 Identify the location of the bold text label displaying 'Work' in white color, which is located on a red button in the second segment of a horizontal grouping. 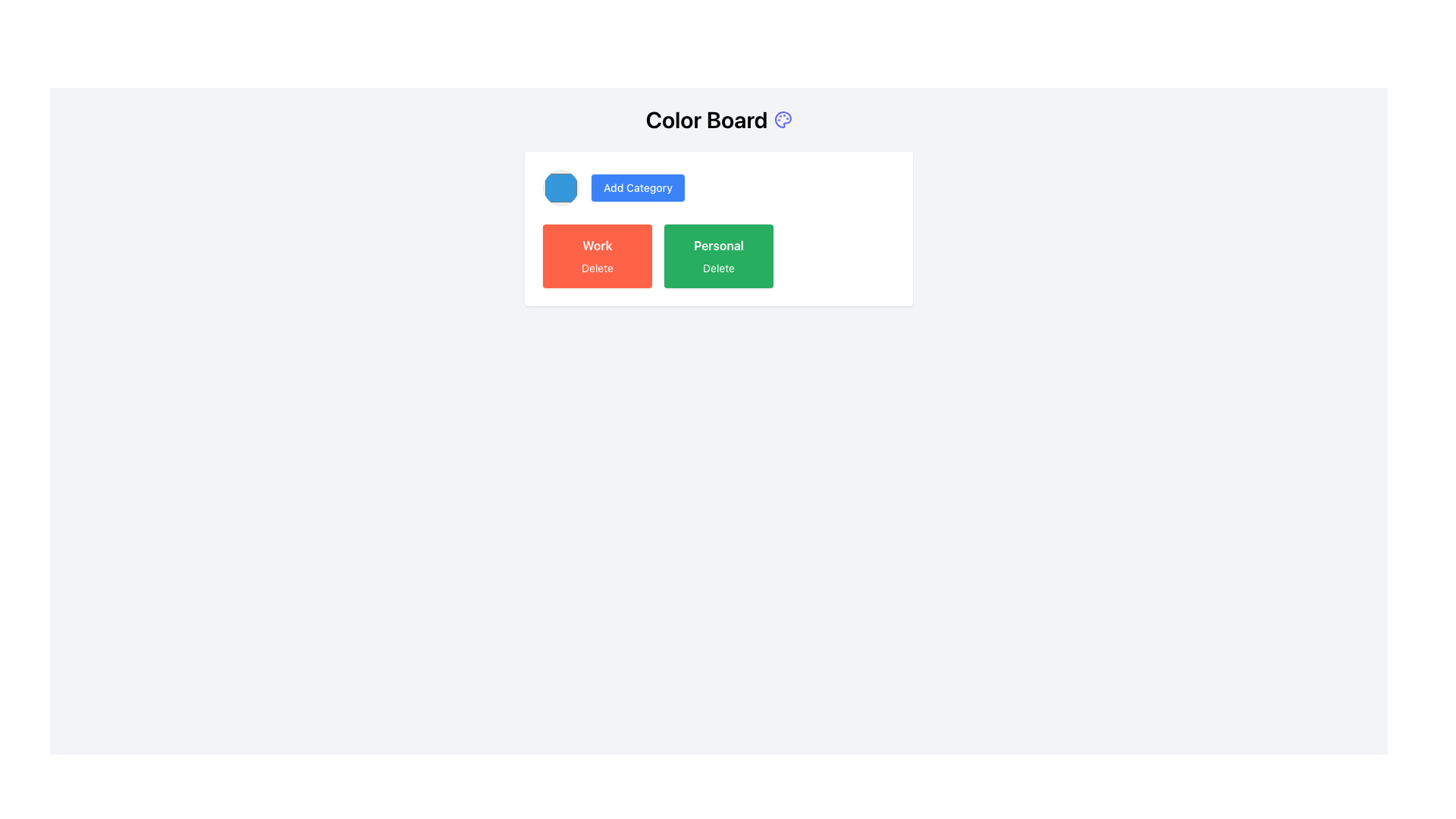
(596, 245).